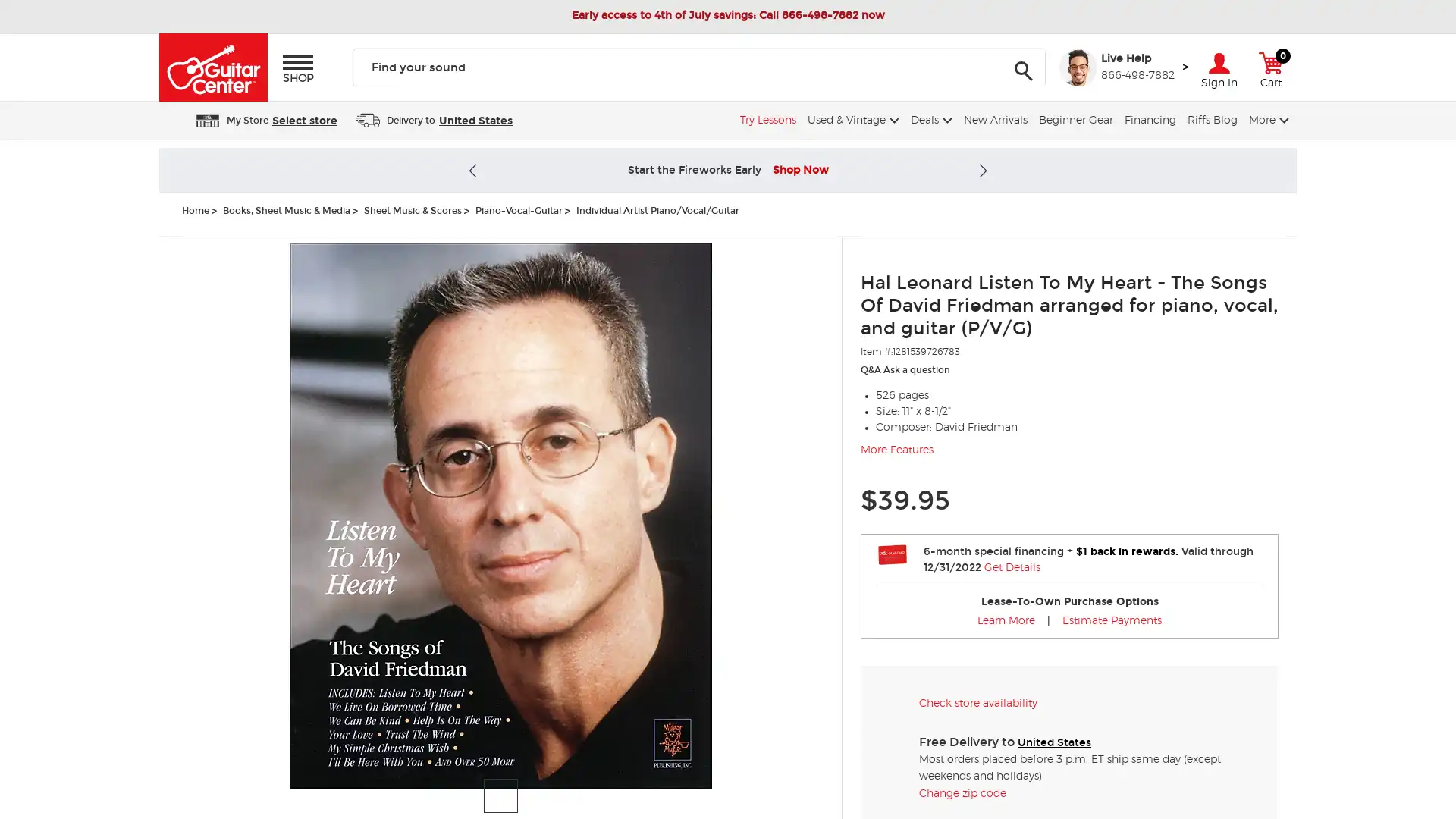 Image resolution: width=1456 pixels, height=819 pixels. I want to click on Try Lessons, so click(766, 119).